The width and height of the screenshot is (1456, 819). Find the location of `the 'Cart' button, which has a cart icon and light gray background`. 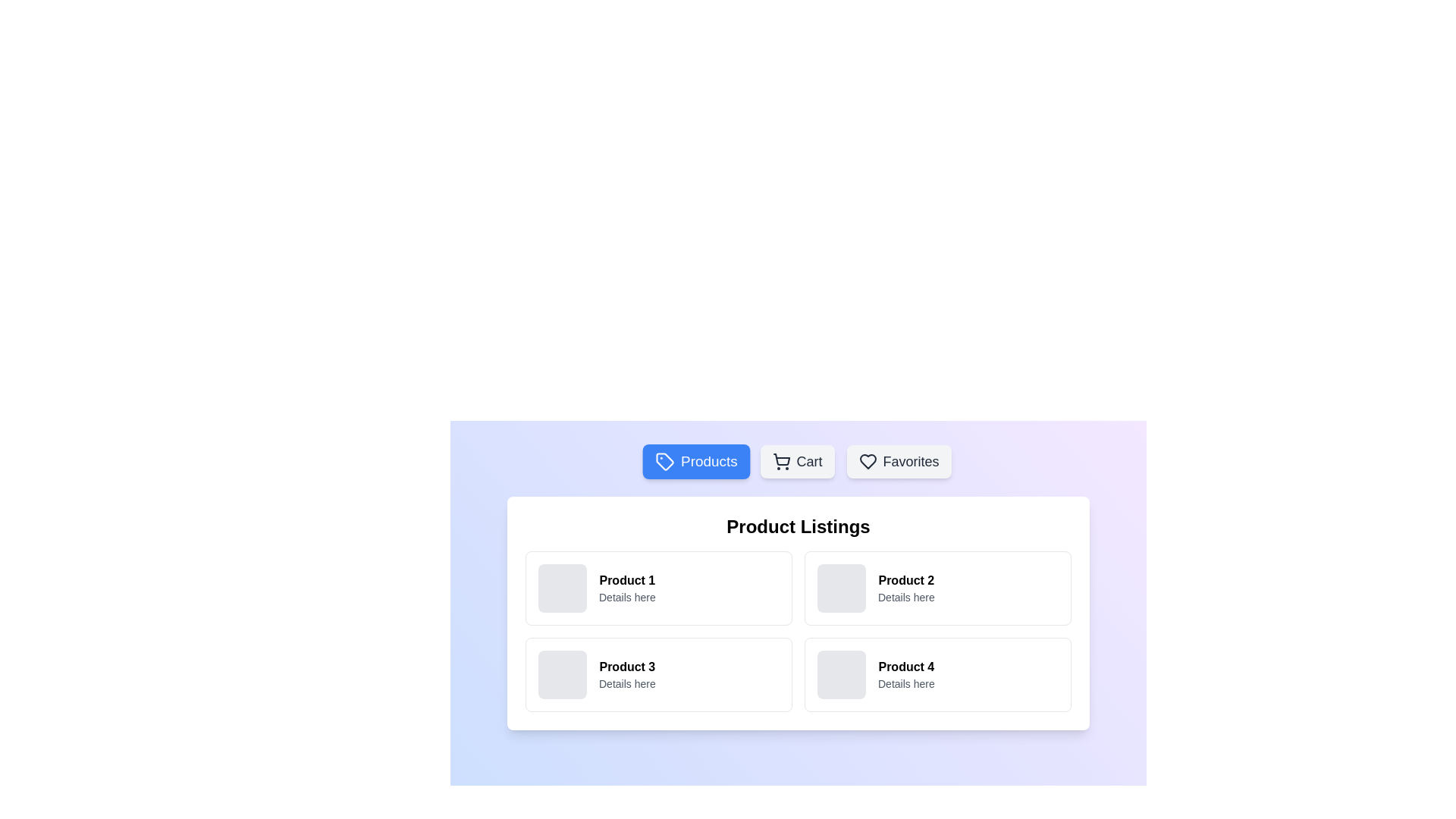

the 'Cart' button, which has a cart icon and light gray background is located at coordinates (796, 461).